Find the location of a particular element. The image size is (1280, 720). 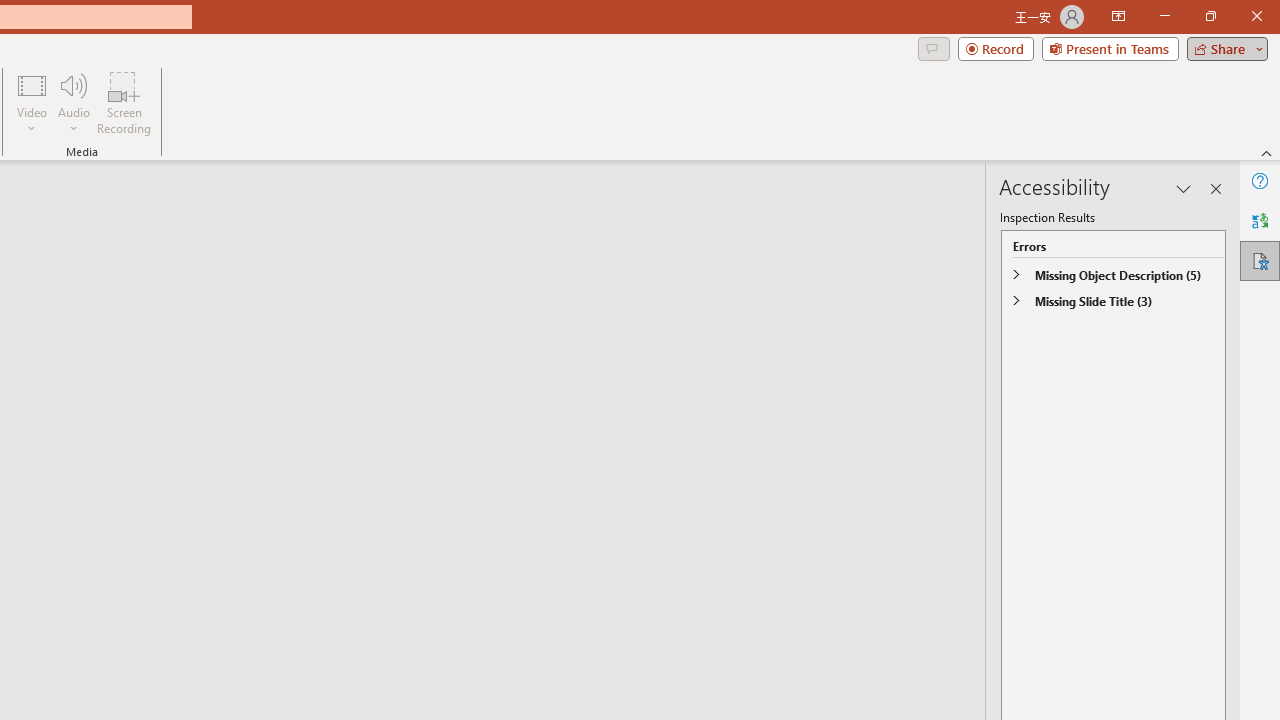

'Share' is located at coordinates (1222, 47).